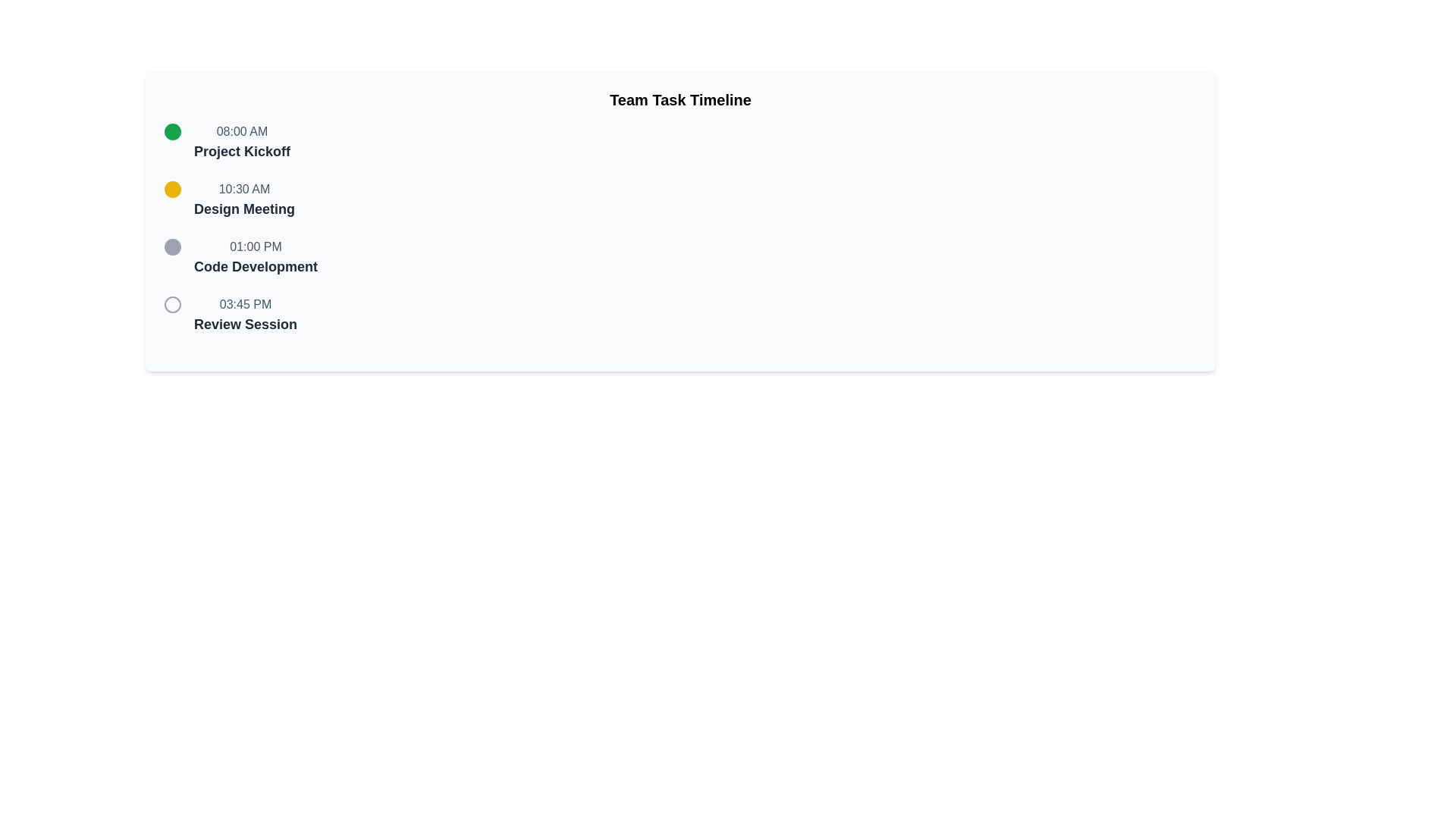  What do you see at coordinates (172, 246) in the screenshot?
I see `the third SVG circle element in the vertical sequence, which represents a step in the task timeline, adjacent to the timestamp '01:00 PM' and the label 'Code Development.'` at bounding box center [172, 246].